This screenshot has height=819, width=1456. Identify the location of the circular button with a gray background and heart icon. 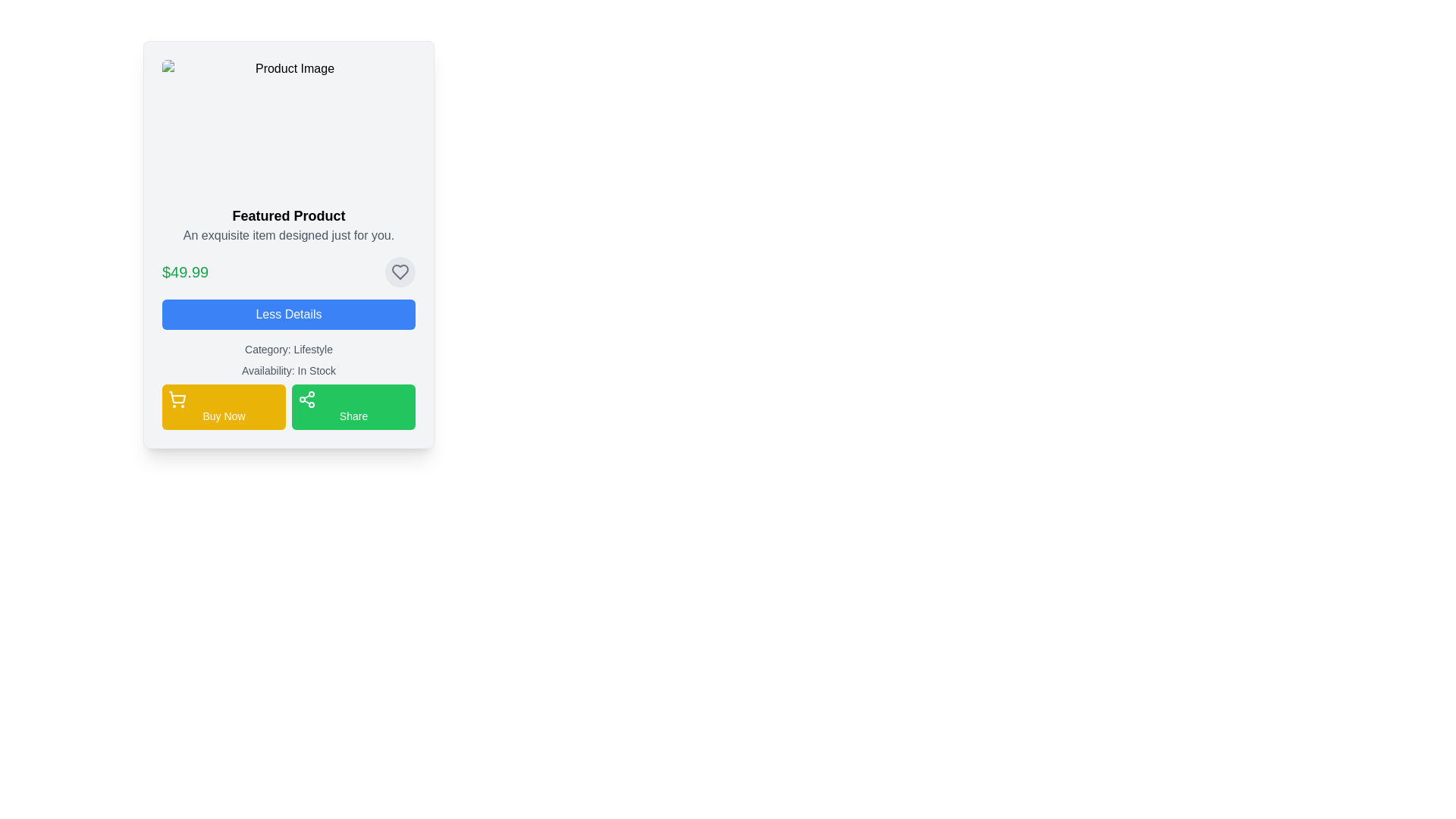
(400, 271).